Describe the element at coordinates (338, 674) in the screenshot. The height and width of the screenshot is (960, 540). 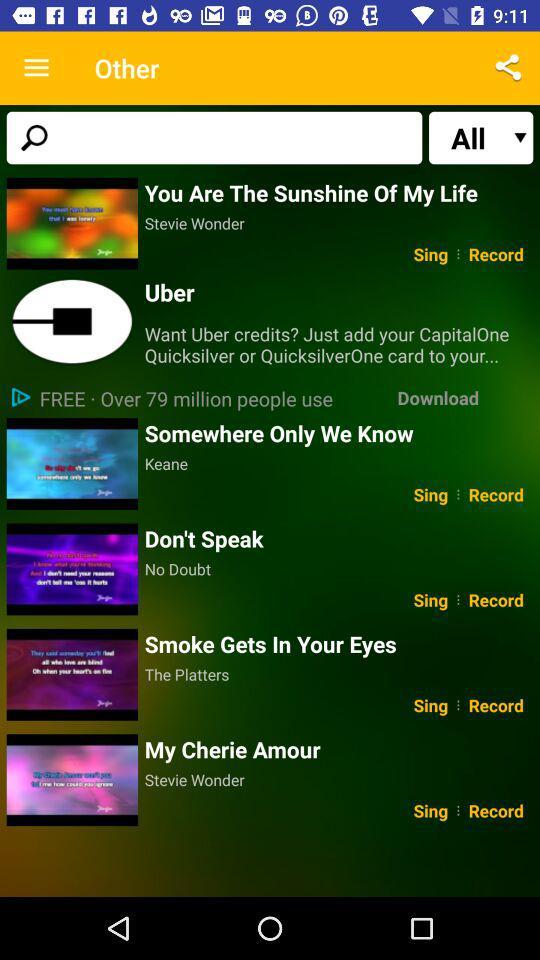
I see `the the platters  item` at that location.